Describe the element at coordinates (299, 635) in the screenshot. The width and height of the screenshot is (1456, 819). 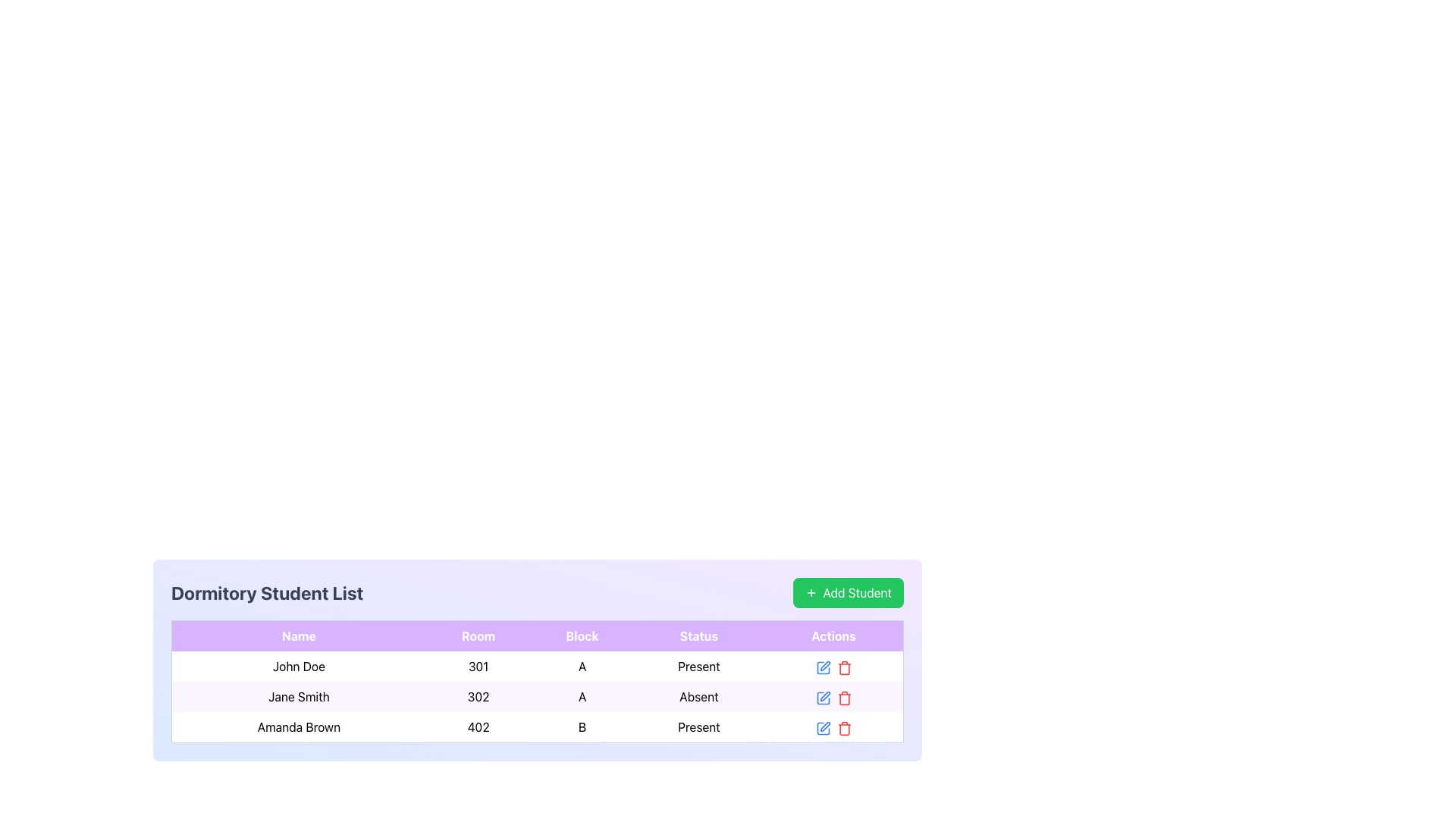
I see `the label indicating the first column of the table which contains names of individuals listed below, aligned with 'Room', 'Block', 'Status', and 'Actions' headers` at that location.